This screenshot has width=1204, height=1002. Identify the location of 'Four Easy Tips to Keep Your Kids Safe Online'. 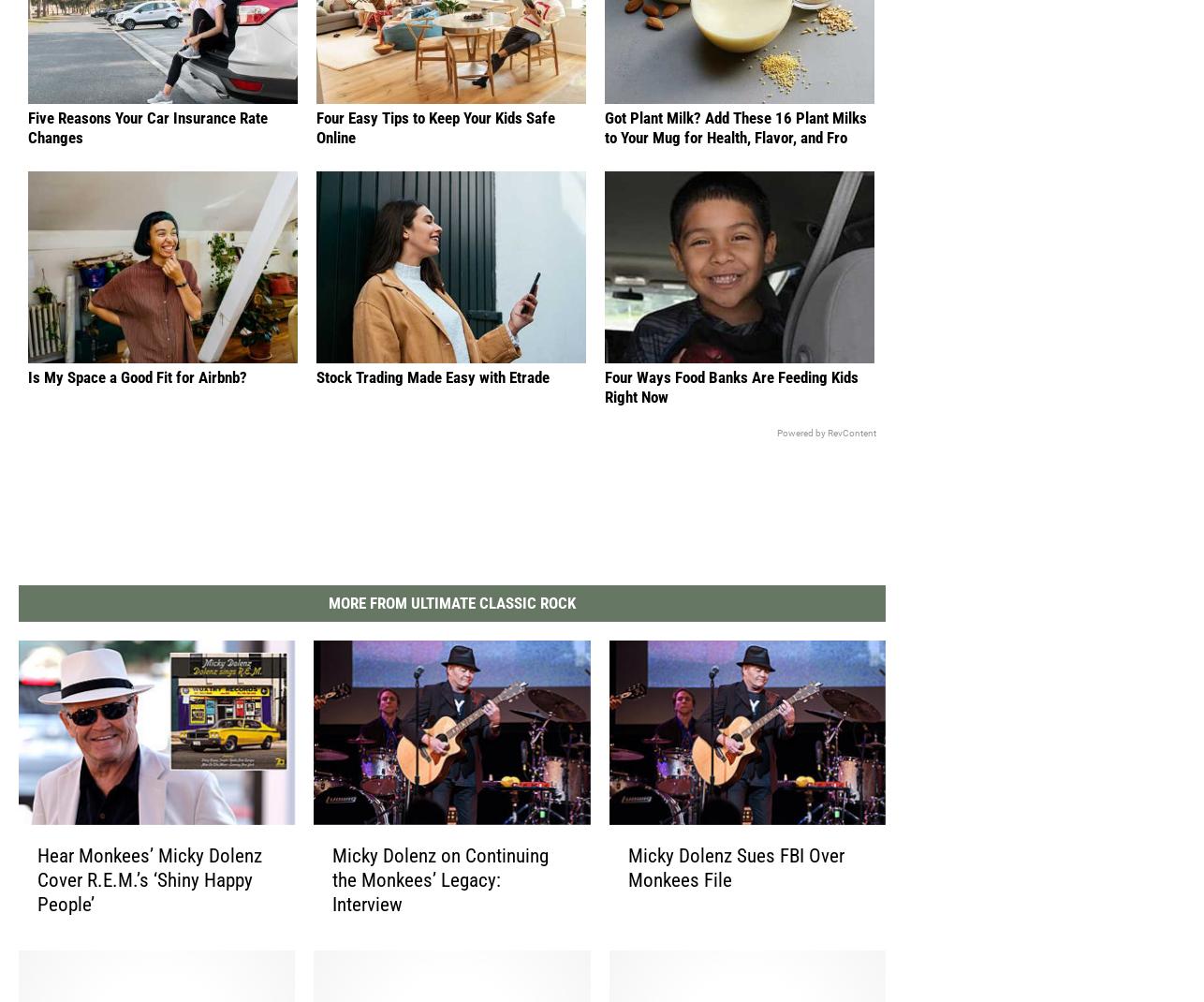
(434, 144).